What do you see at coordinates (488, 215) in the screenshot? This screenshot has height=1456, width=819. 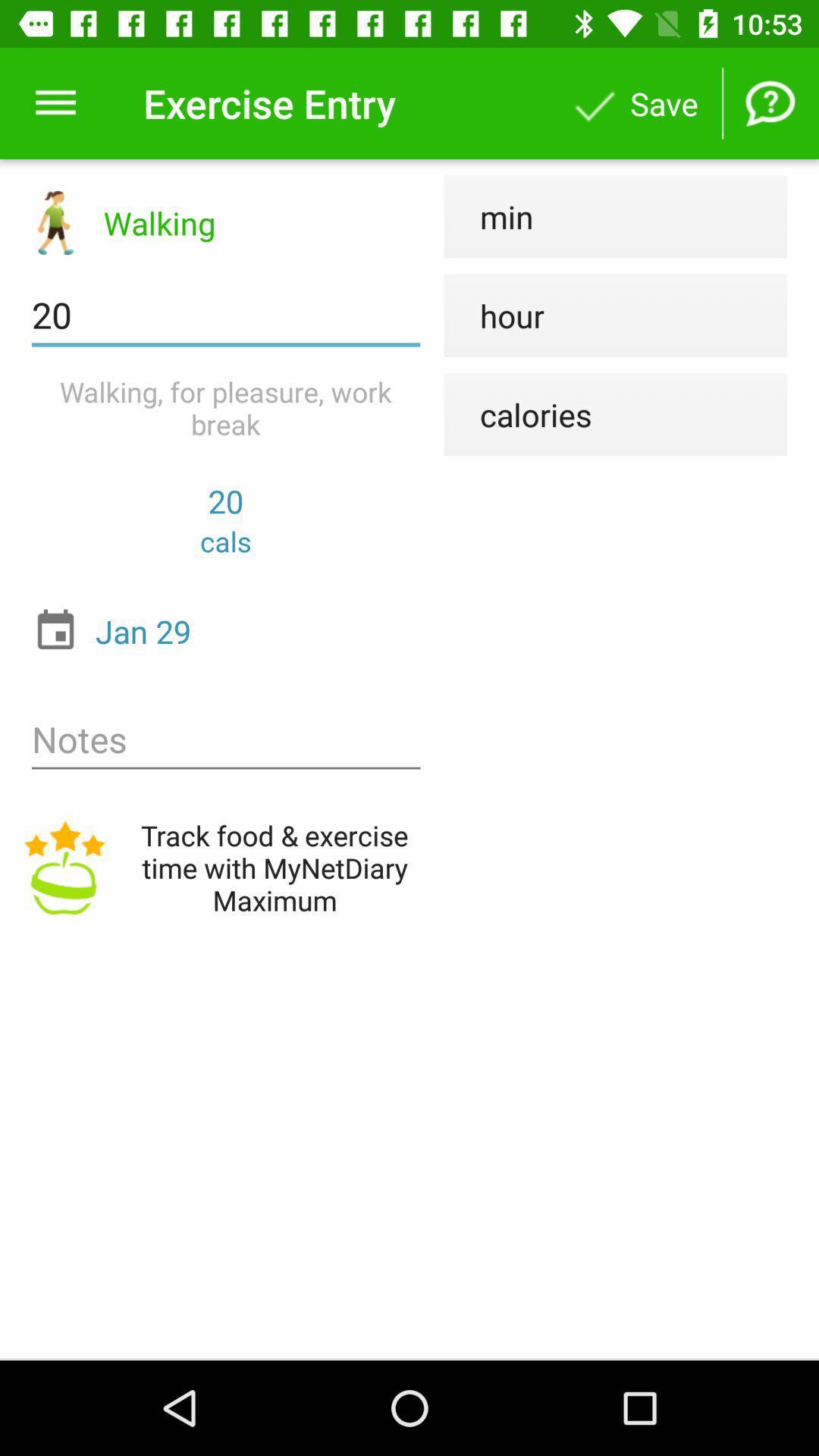 I see `the   min item` at bounding box center [488, 215].